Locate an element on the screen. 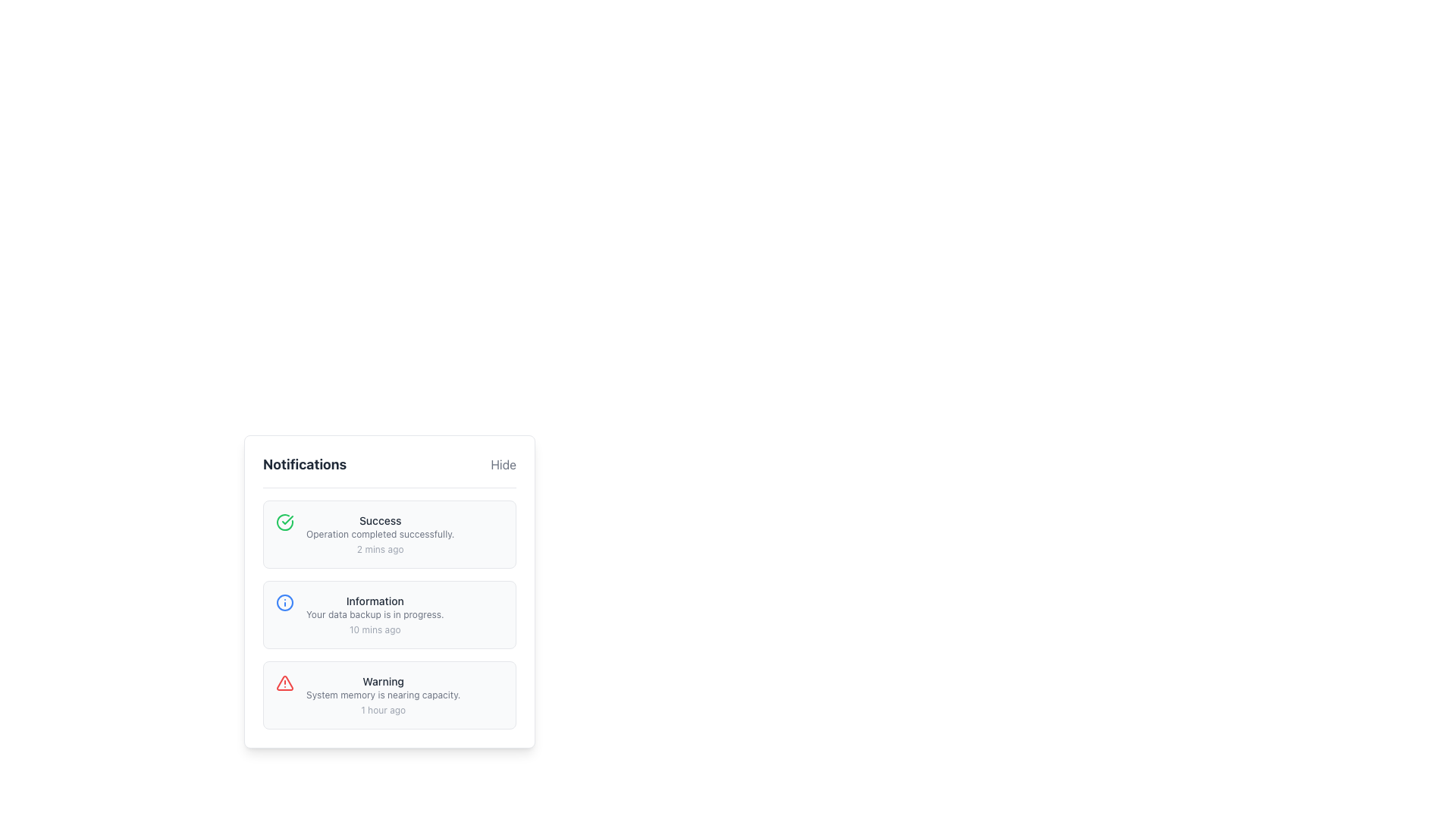 The image size is (1456, 819). the success indicator icon located to the left of the 'Success' notification text is located at coordinates (284, 522).